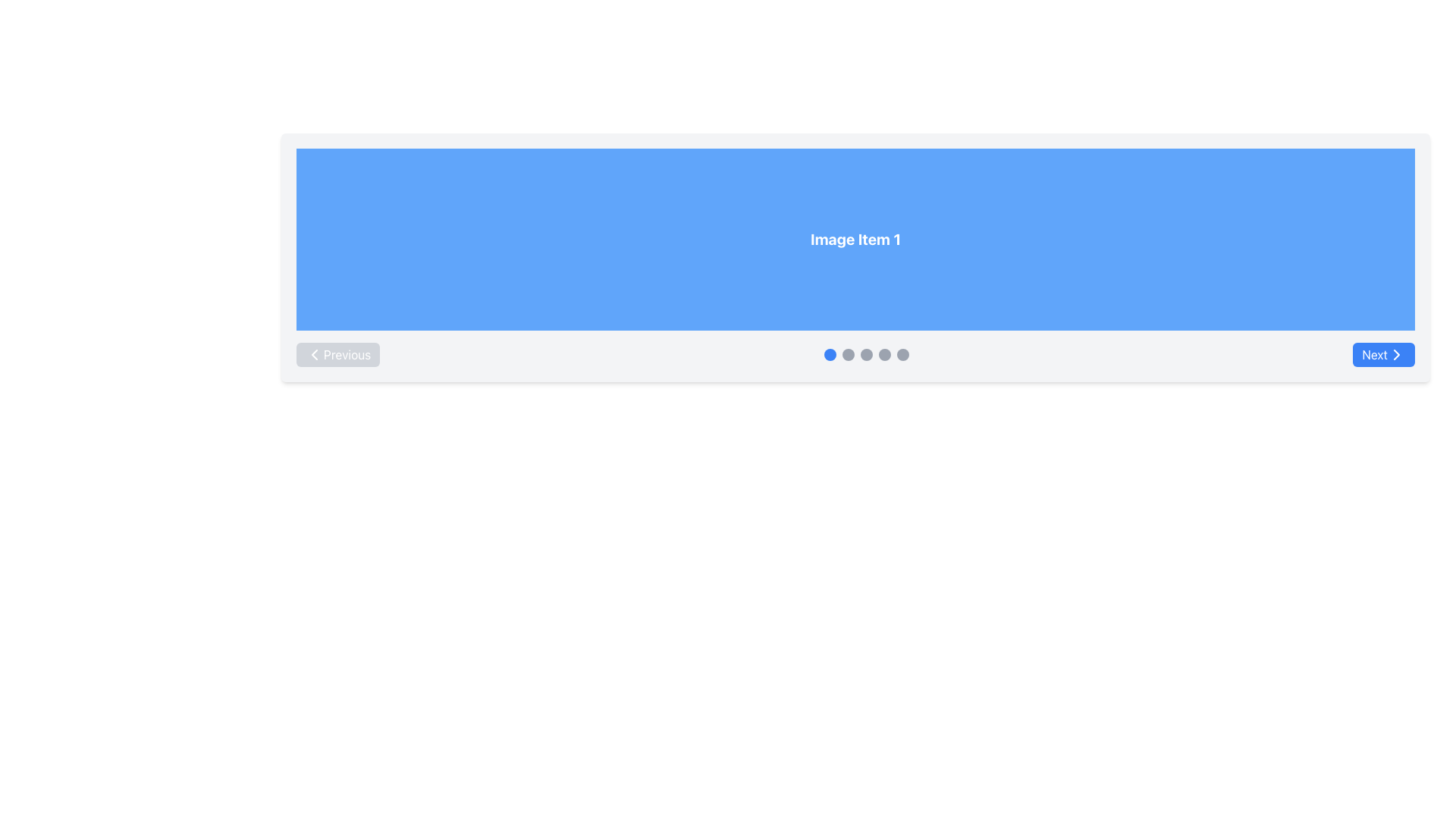 The width and height of the screenshot is (1456, 819). What do you see at coordinates (847, 354) in the screenshot?
I see `the second circular icon indicator located below the blue-filled rectangular section labeled 'Image Item 1'` at bounding box center [847, 354].